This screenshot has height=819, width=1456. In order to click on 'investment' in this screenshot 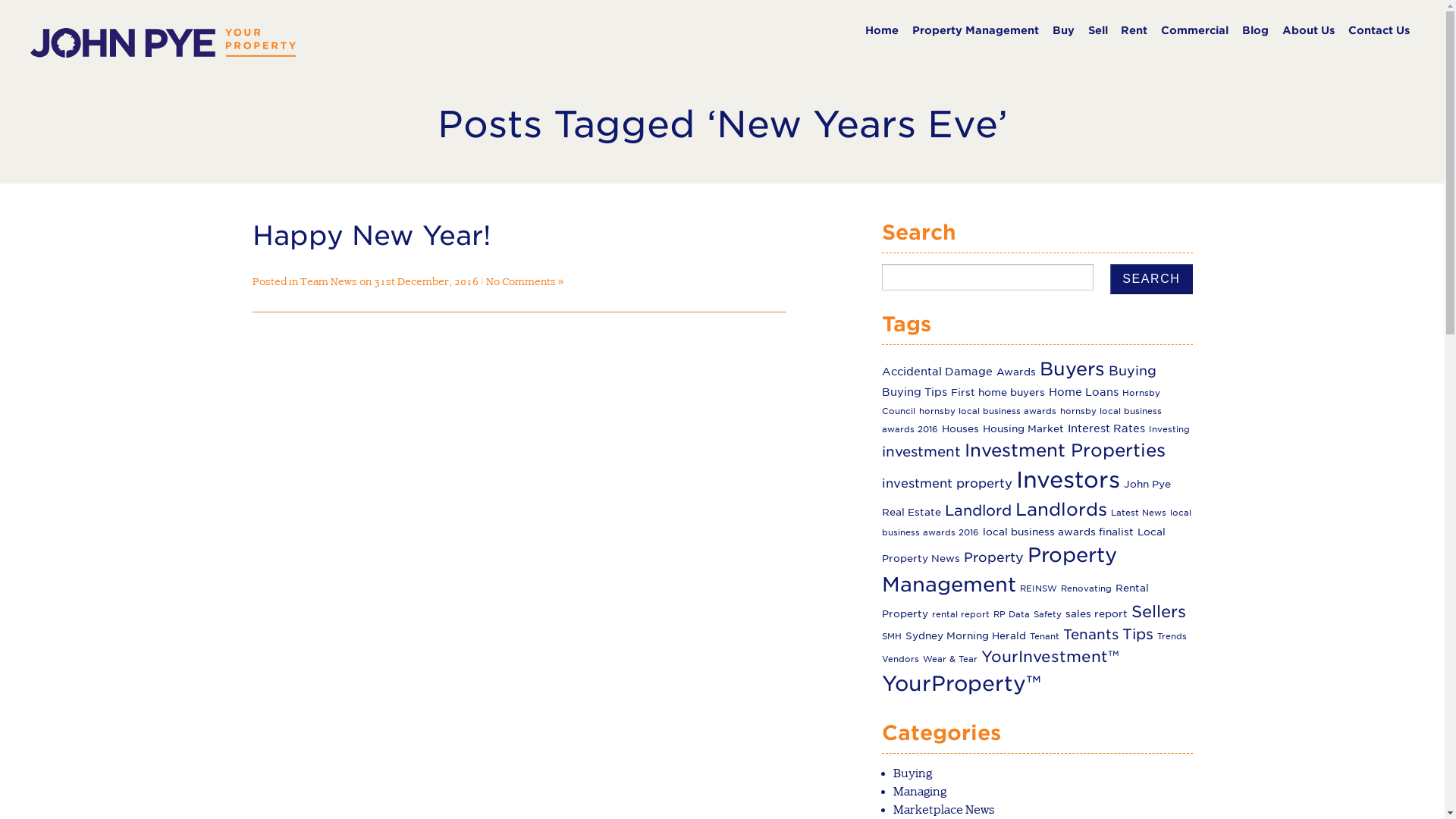, I will do `click(920, 450)`.